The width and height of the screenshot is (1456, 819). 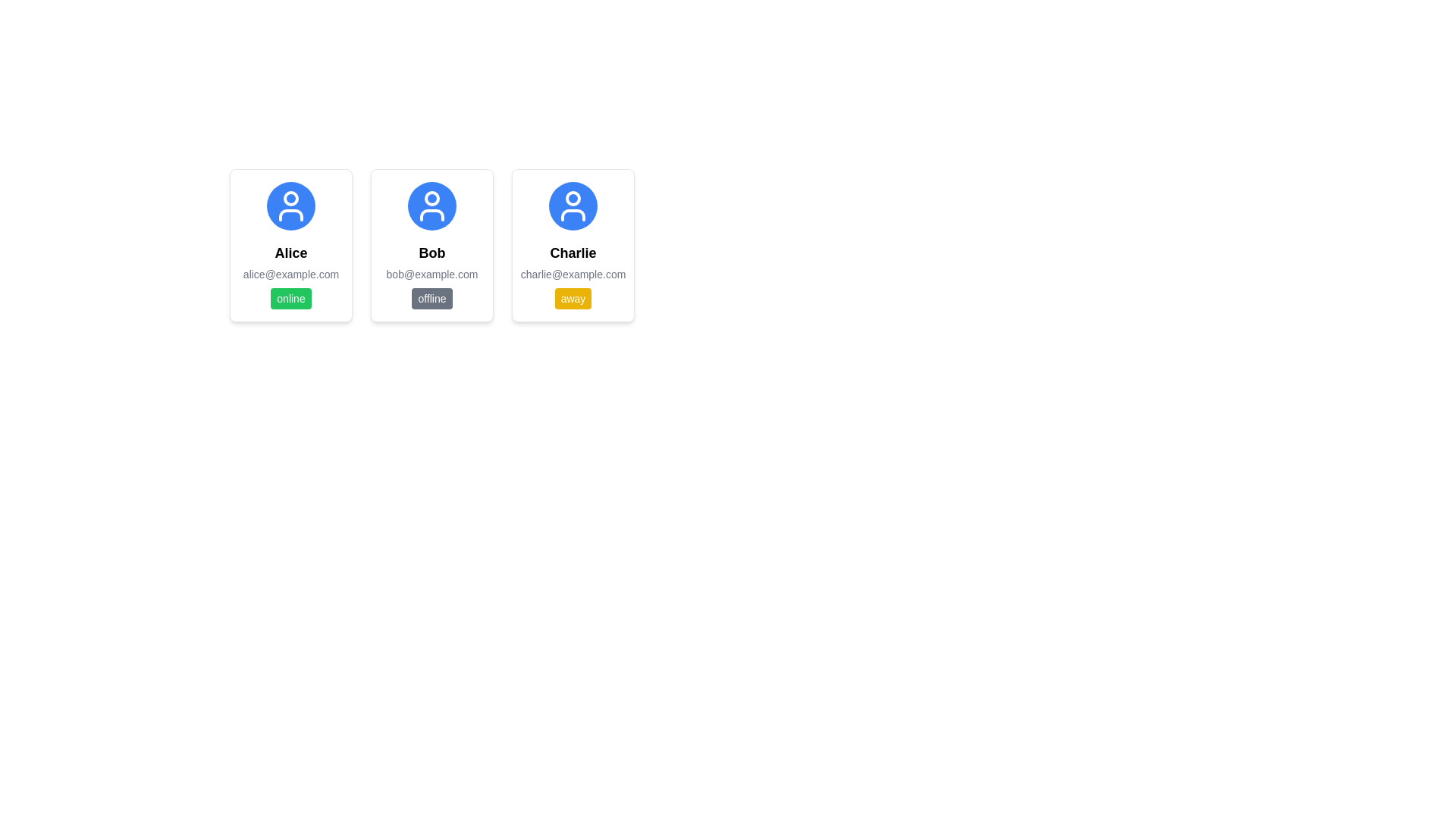 I want to click on text label that displays the user's name, located centrally within the user card, beneath the profile icon and above the email address 'alice@example.com', so click(x=291, y=253).